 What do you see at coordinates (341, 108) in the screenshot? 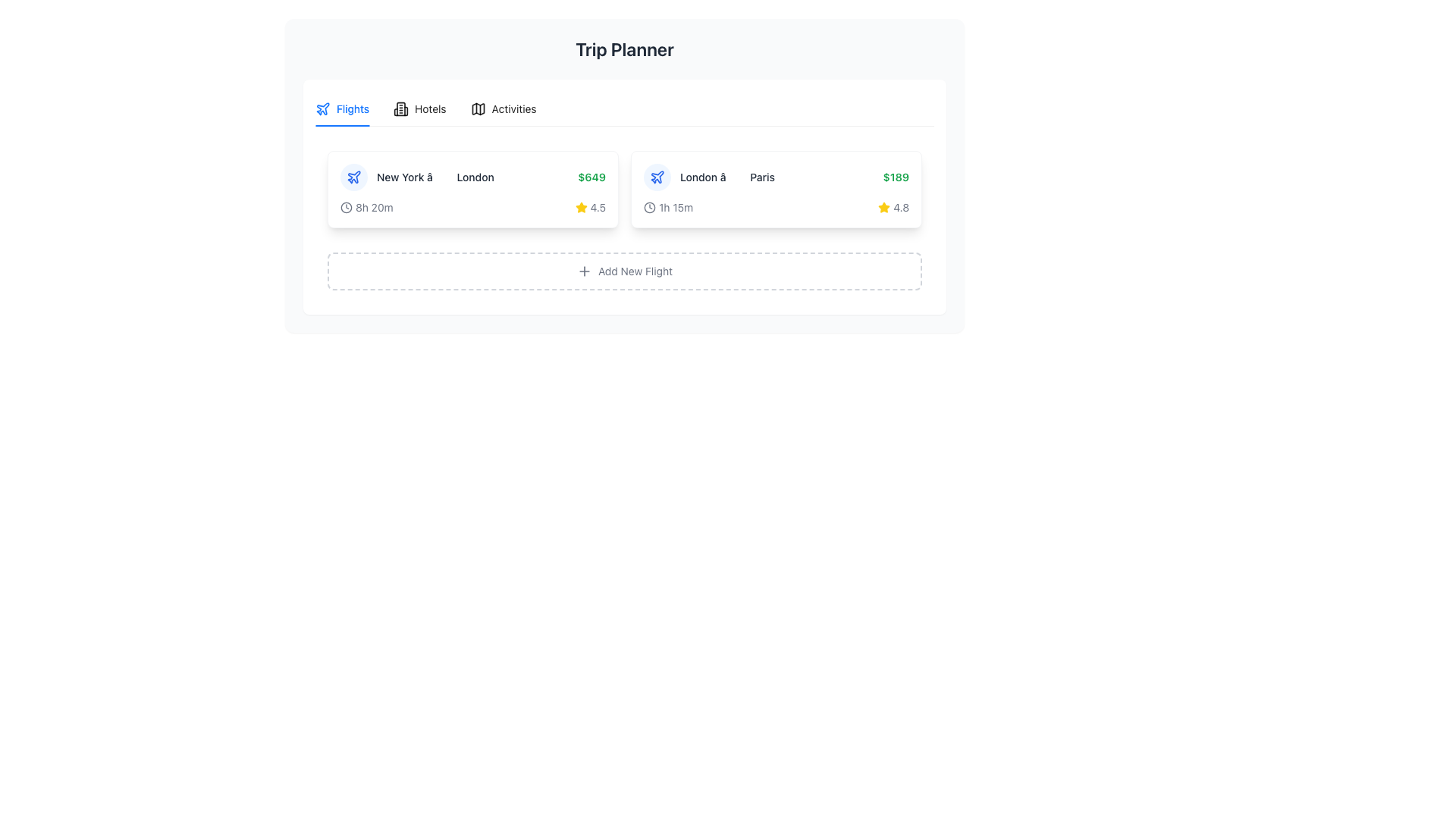
I see `the first tab of the 'Trip Planner' navigation labeled 'Flights'` at bounding box center [341, 108].